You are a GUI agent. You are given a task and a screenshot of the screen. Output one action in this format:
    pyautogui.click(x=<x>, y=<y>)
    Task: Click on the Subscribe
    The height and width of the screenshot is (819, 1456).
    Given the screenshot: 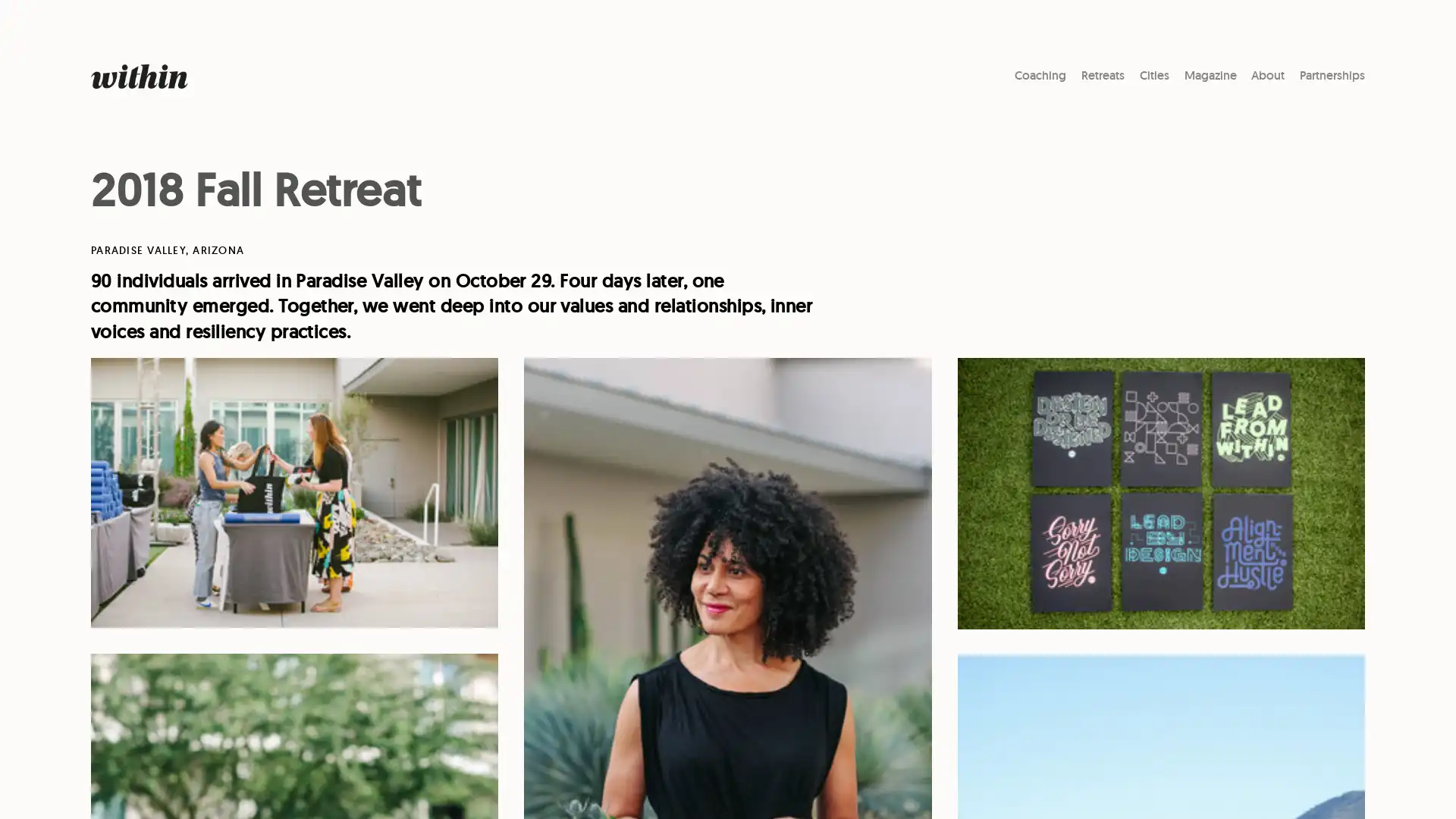 What is the action you would take?
    pyautogui.click(x=856, y=441)
    